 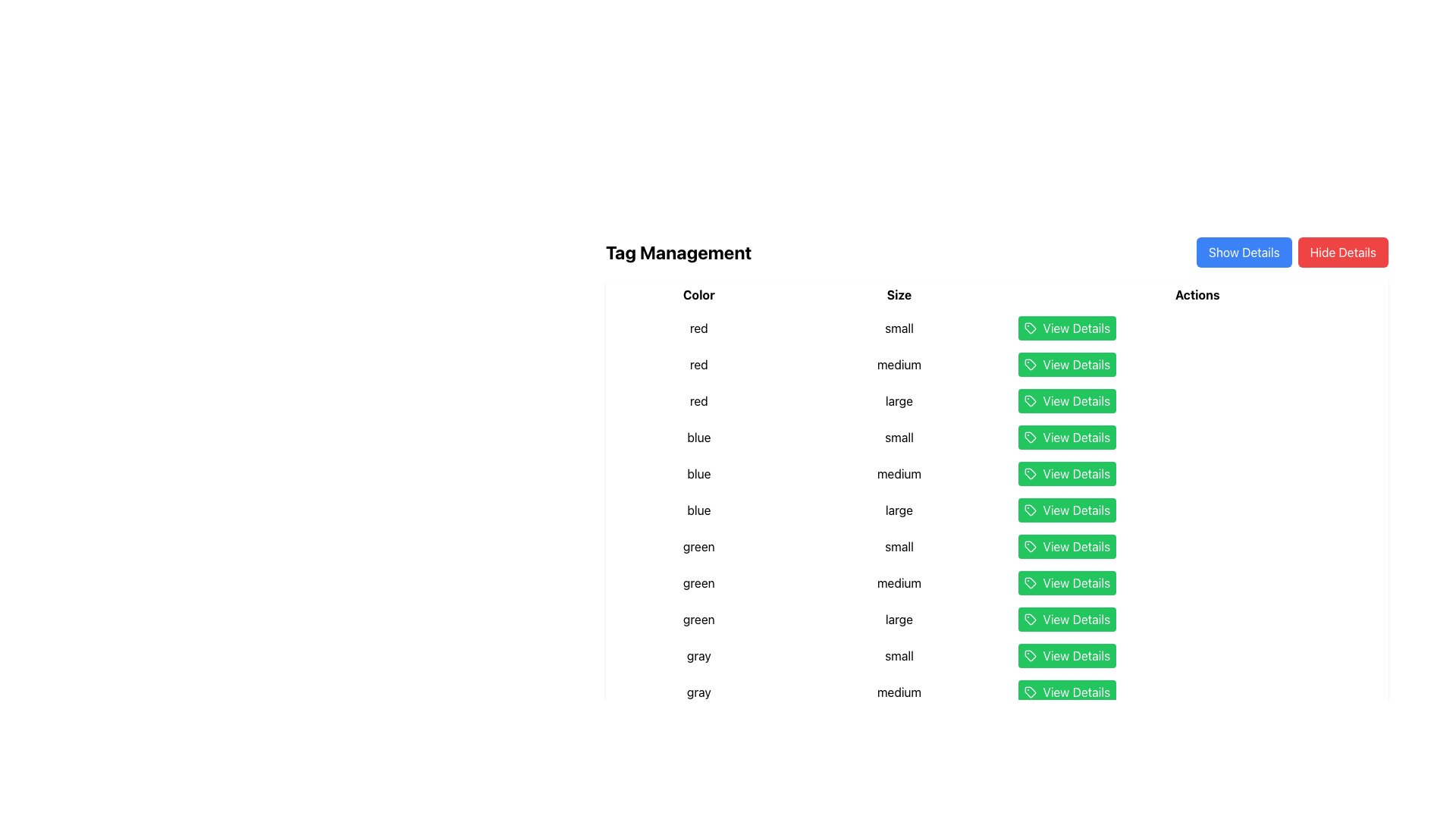 What do you see at coordinates (1066, 547) in the screenshot?
I see `the 'View Details' button with a green background and white text located in the 'Actions' column of the table, specifically the eighth button in the sequence` at bounding box center [1066, 547].